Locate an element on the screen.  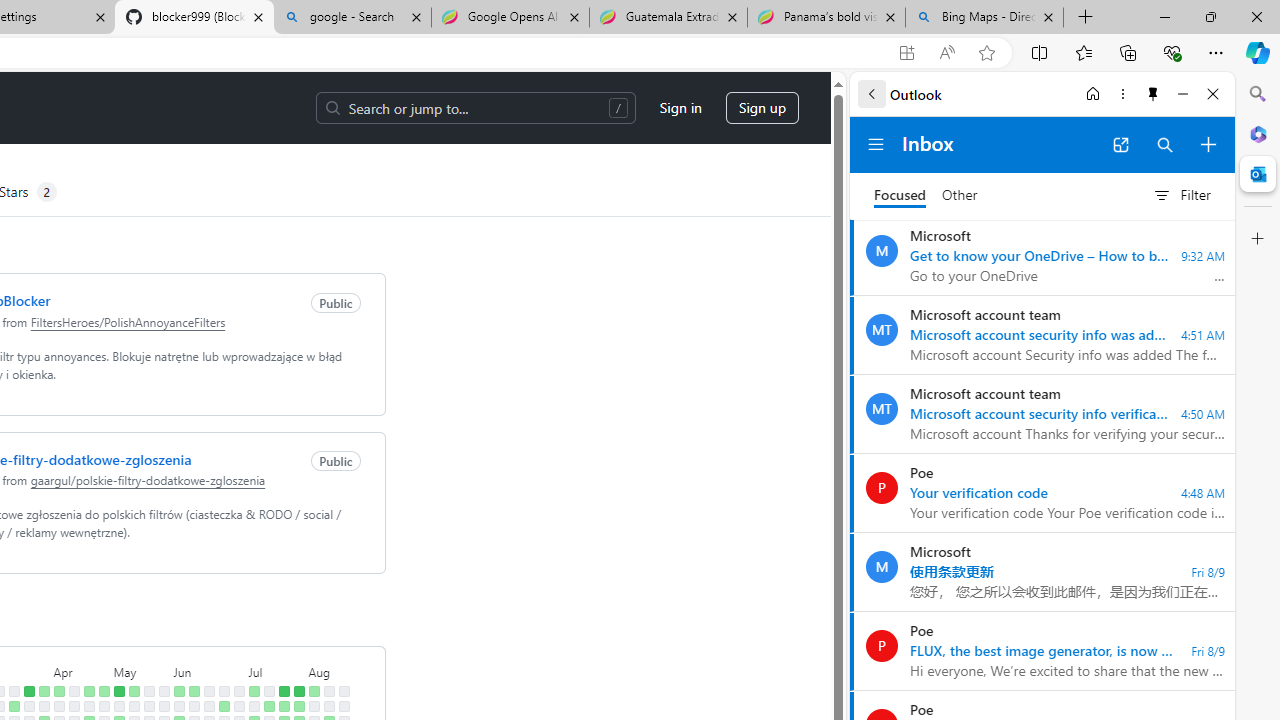
'No contributions on March 17th.' is located at coordinates (14, 690).